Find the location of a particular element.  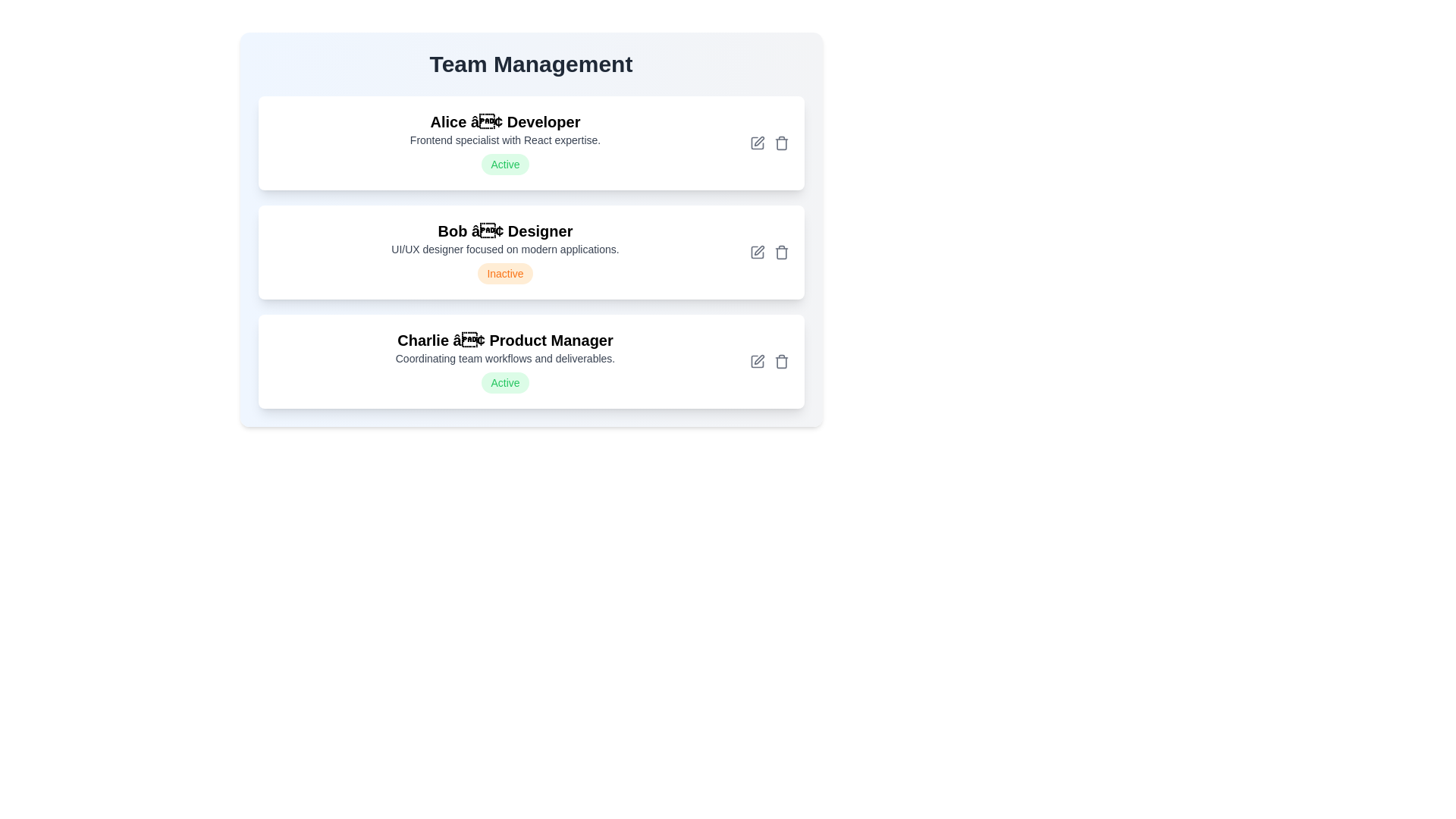

the delete button for the team member Charlie is located at coordinates (781, 362).